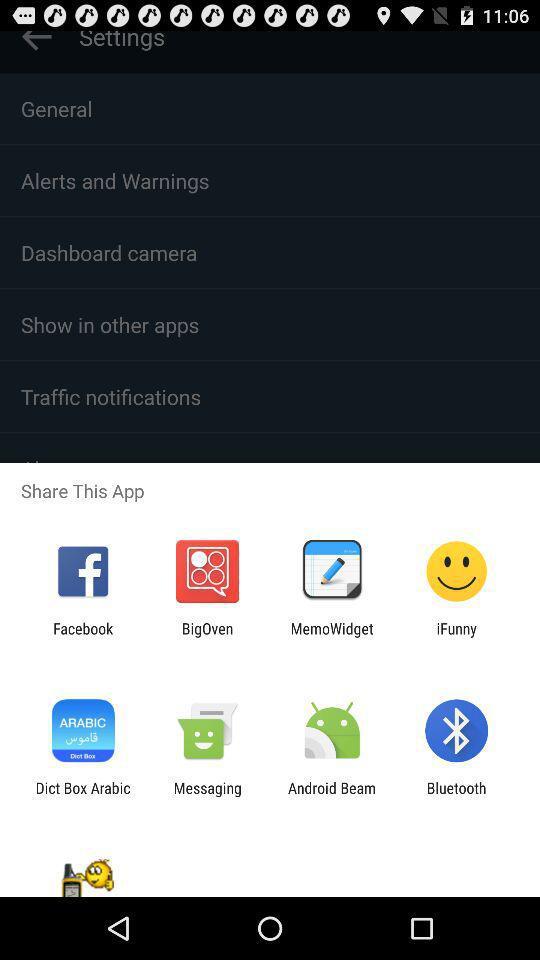  I want to click on the item next to bigoven icon, so click(82, 636).